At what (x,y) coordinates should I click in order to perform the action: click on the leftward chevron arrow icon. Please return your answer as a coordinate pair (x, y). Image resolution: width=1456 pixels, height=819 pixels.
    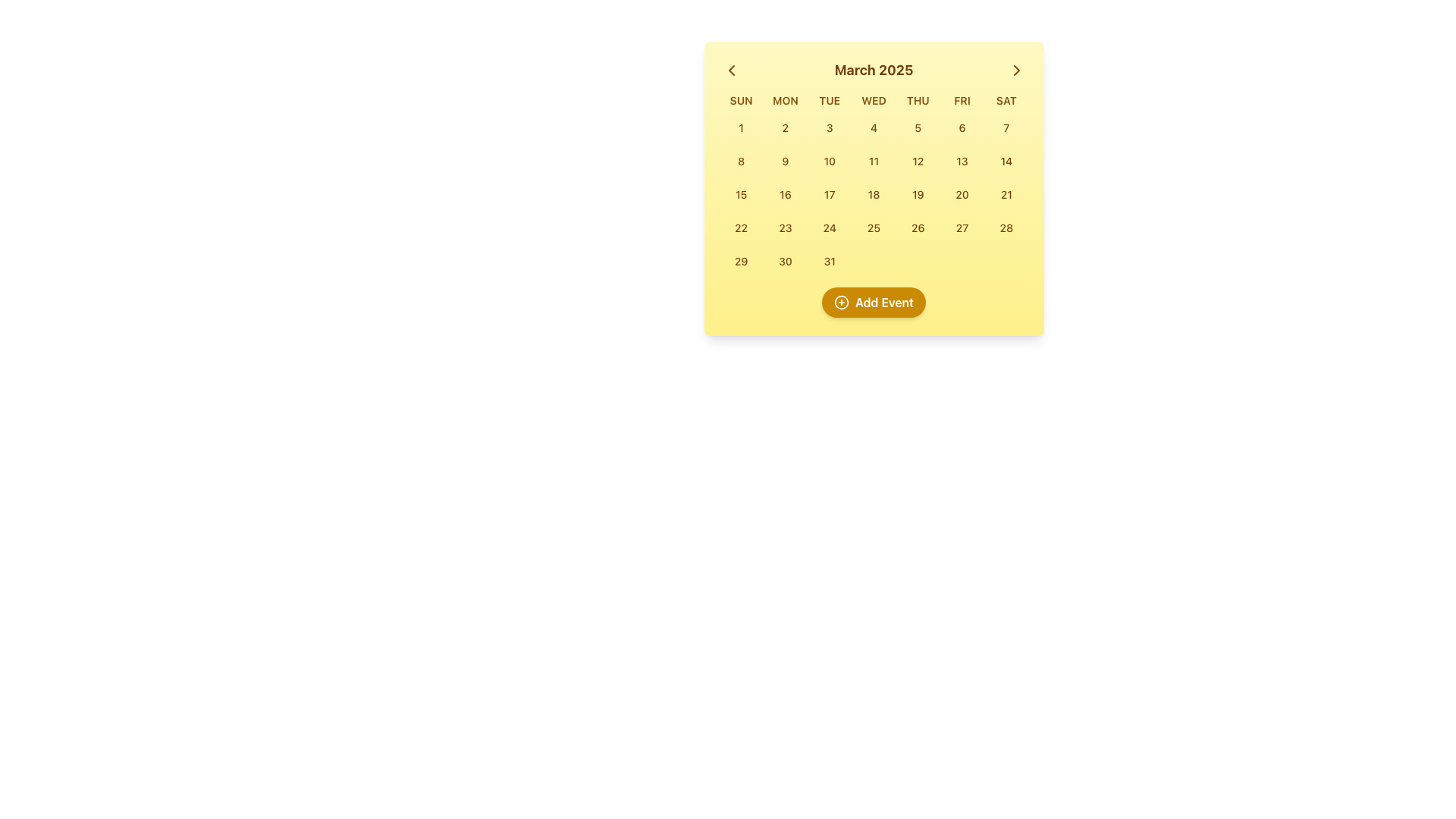
    Looking at the image, I should click on (731, 70).